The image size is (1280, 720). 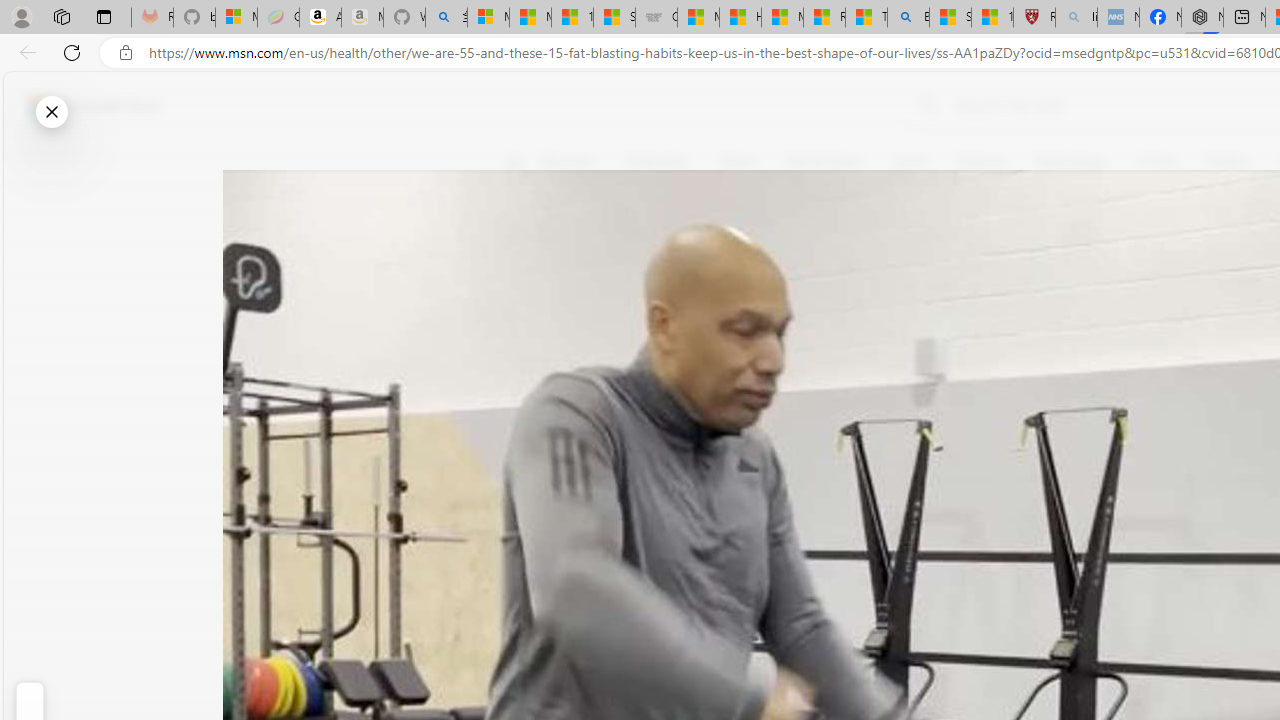 I want to click on 'Combat Siege', so click(x=656, y=17).